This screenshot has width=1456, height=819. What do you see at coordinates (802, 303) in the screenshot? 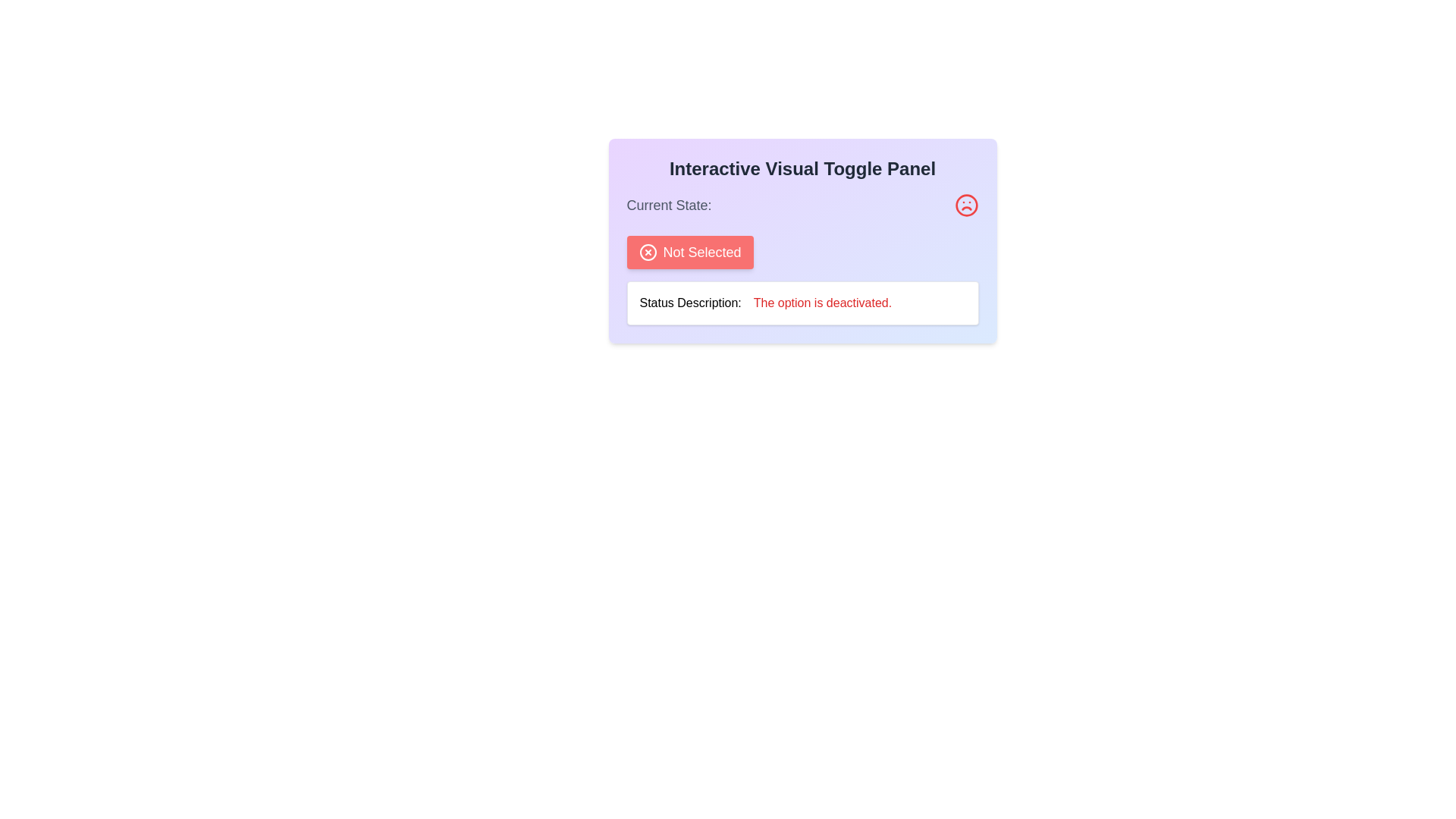
I see `the static informational text block displaying 'Status Description:' and 'The option is deactivated.' which has a white background and rounded corners` at bounding box center [802, 303].